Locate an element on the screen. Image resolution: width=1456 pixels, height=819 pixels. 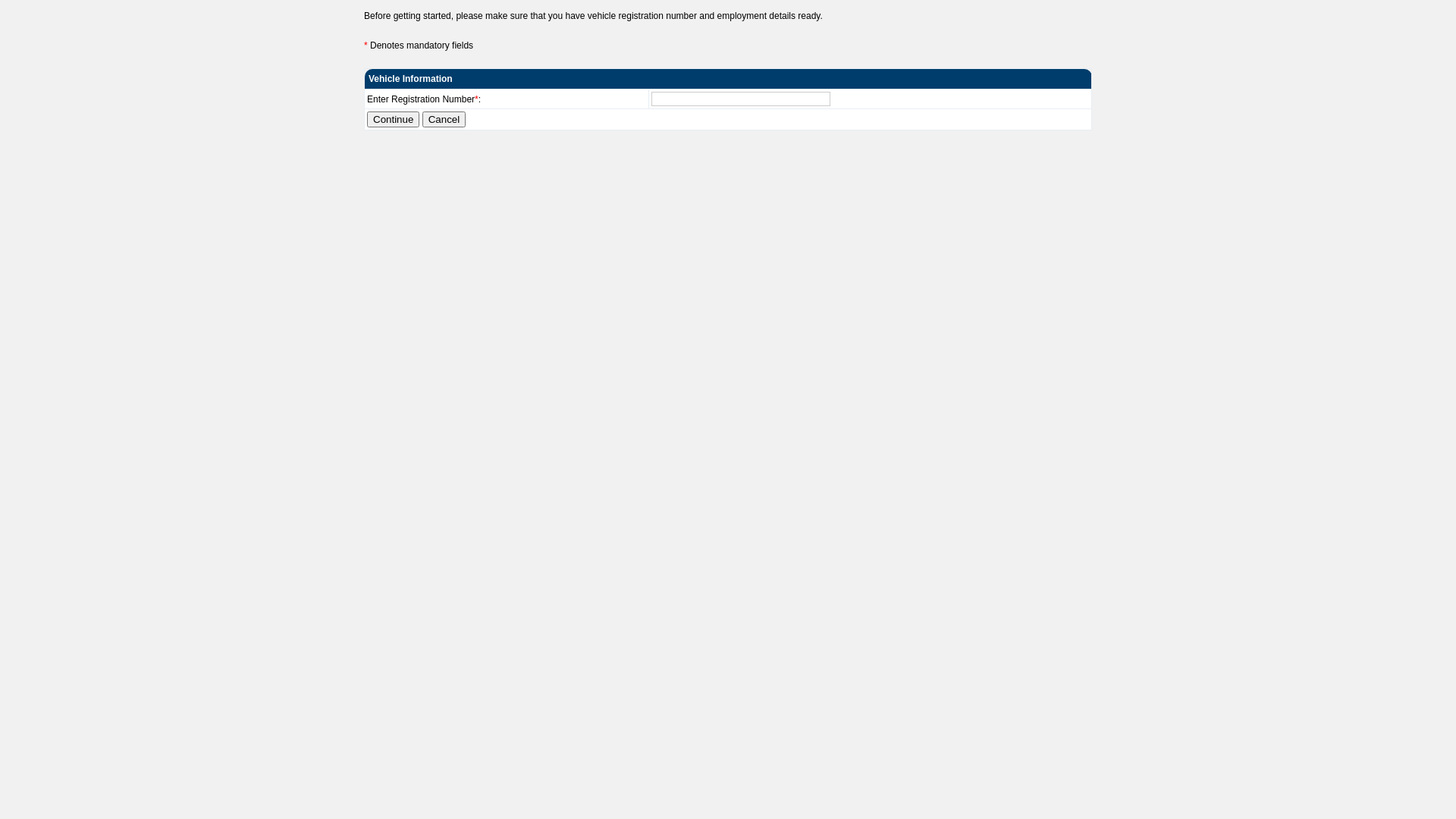
'Cancel' is located at coordinates (443, 118).